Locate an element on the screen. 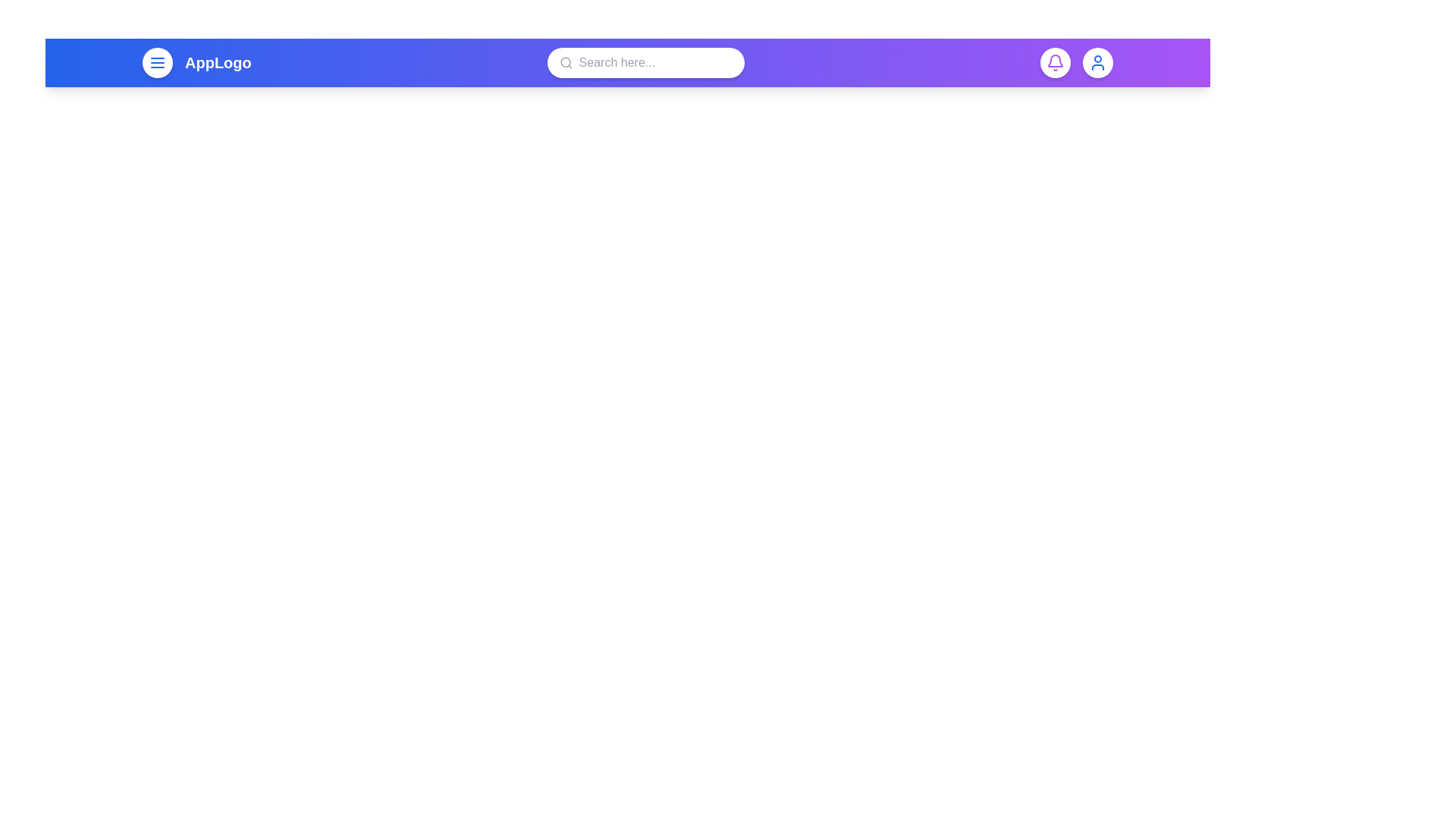  the menu button to open the menu is located at coordinates (157, 62).